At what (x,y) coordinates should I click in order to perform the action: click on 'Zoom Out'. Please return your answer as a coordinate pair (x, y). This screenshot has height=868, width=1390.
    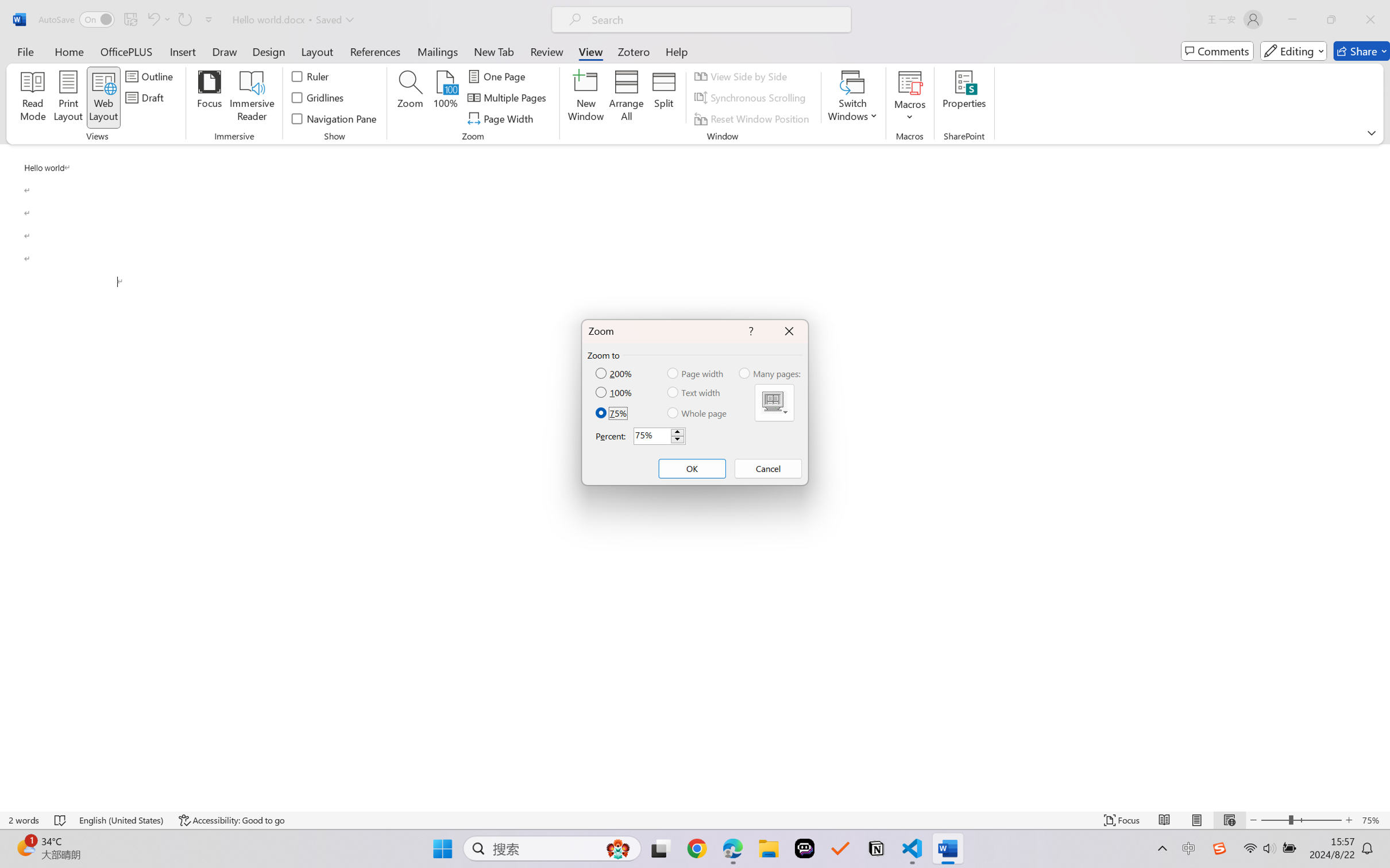
    Looking at the image, I should click on (1274, 820).